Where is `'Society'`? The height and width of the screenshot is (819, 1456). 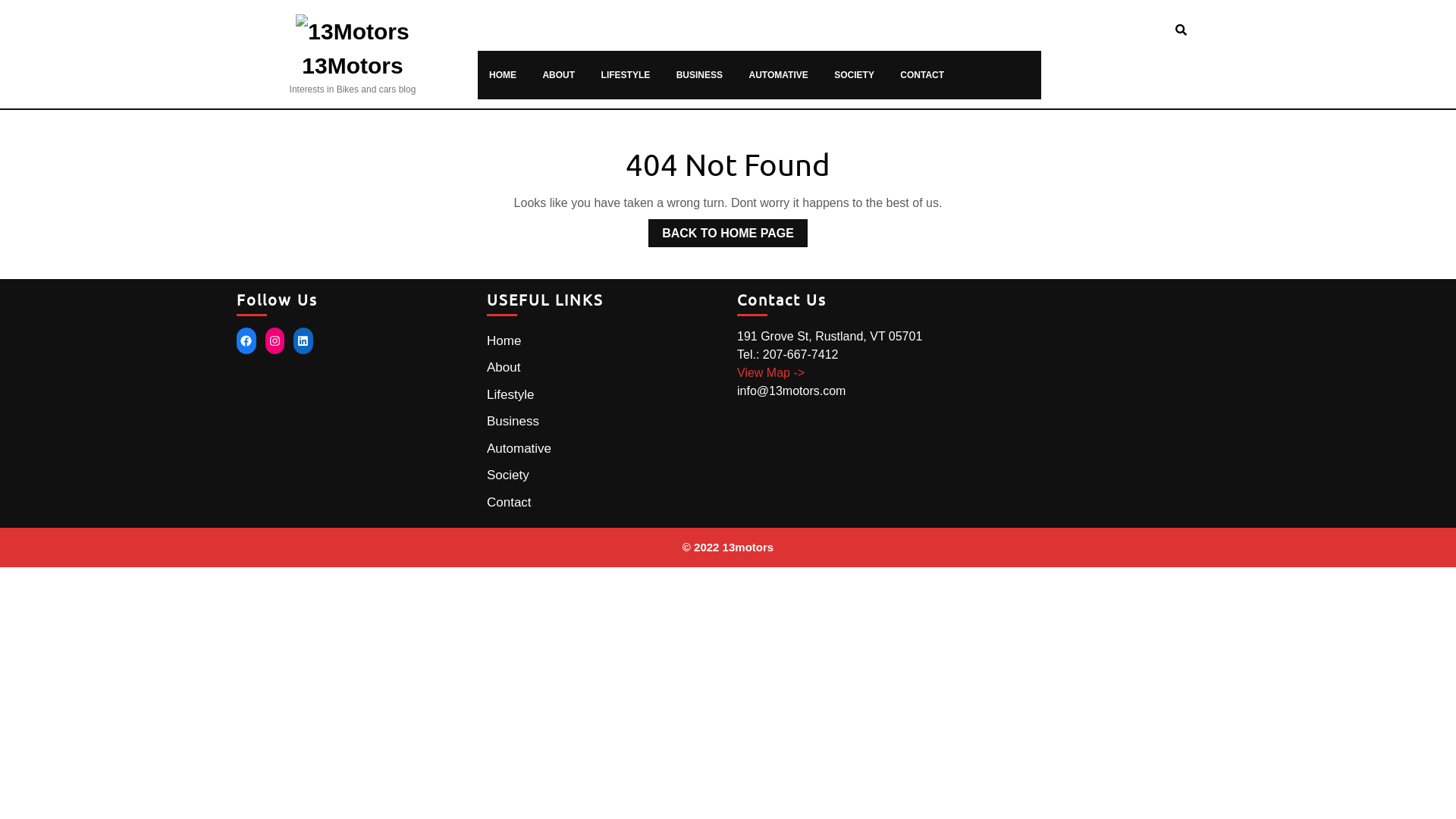
'Society' is located at coordinates (487, 474).